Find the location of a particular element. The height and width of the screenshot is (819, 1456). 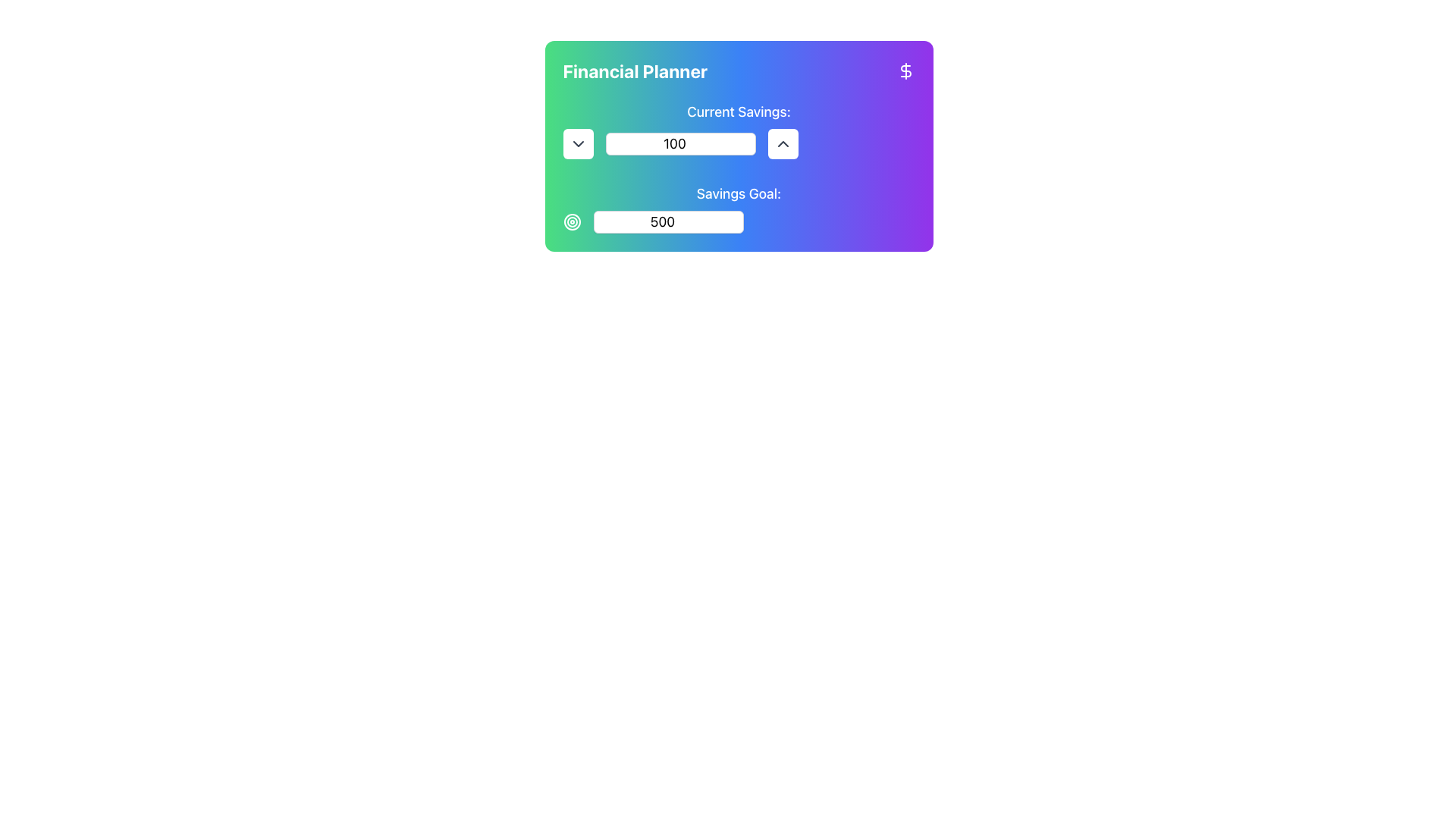

the decorative icon adjacent to the savings goal input field under the 'Savings Goal:' label in the 'Financial Planner' section is located at coordinates (739, 222).